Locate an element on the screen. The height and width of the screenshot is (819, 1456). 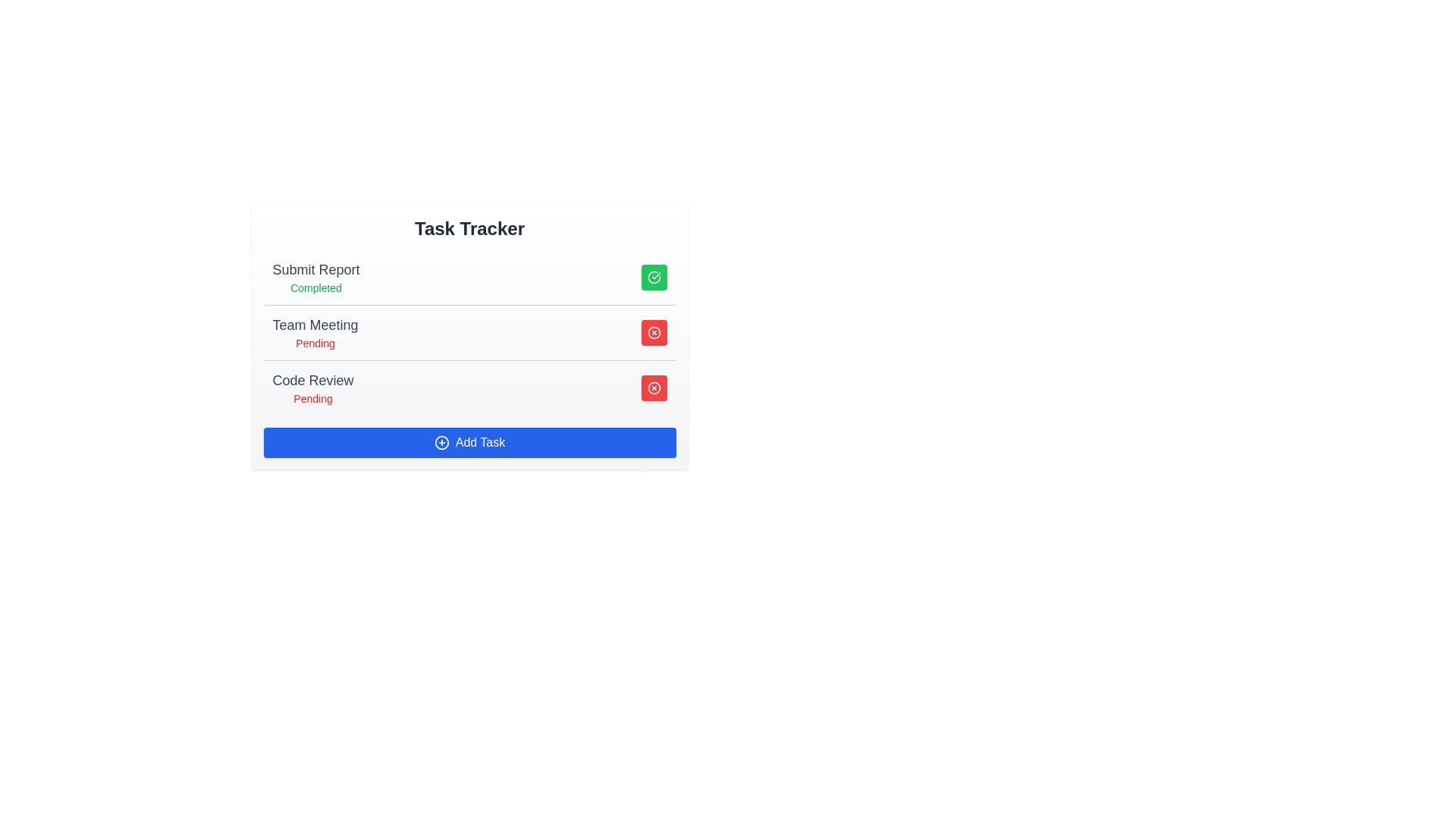
the Text Display element that shows the task 'Submit Report' with status 'Completed', located in the first task entry of the task list is located at coordinates (315, 278).